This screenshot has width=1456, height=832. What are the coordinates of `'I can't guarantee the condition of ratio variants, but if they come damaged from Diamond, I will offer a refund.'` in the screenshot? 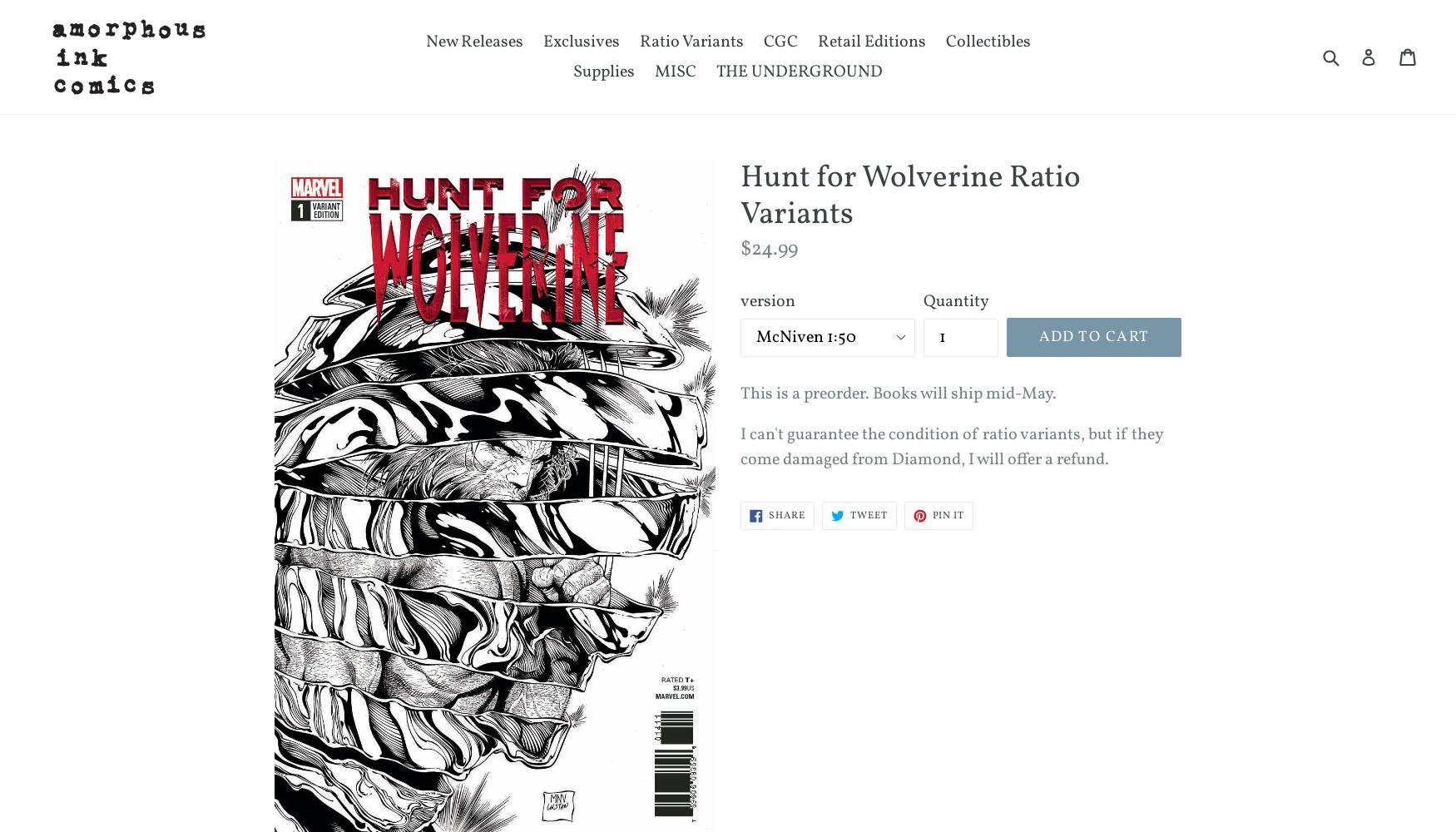 It's located at (950, 448).